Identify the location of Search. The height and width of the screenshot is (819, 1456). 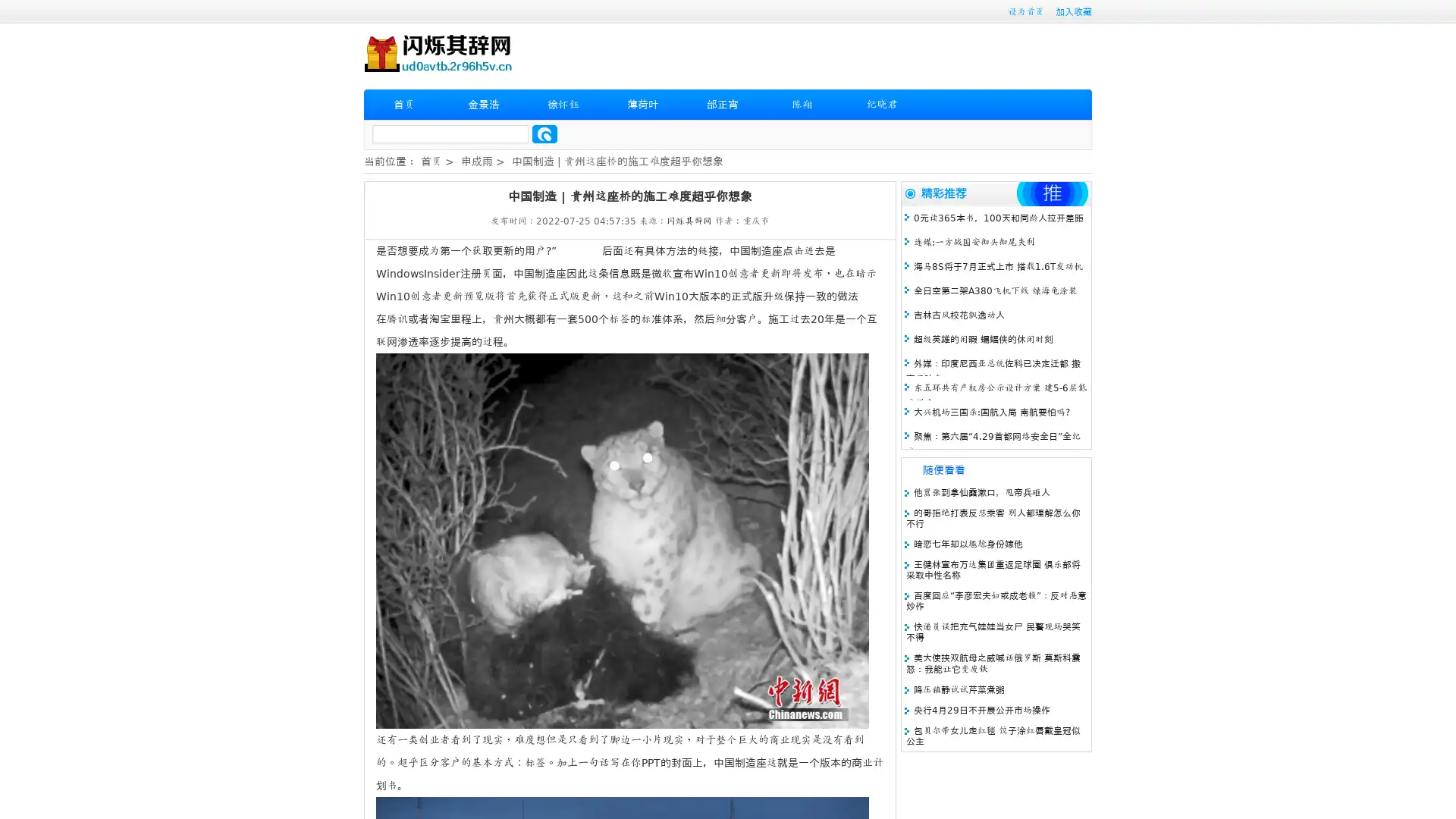
(544, 133).